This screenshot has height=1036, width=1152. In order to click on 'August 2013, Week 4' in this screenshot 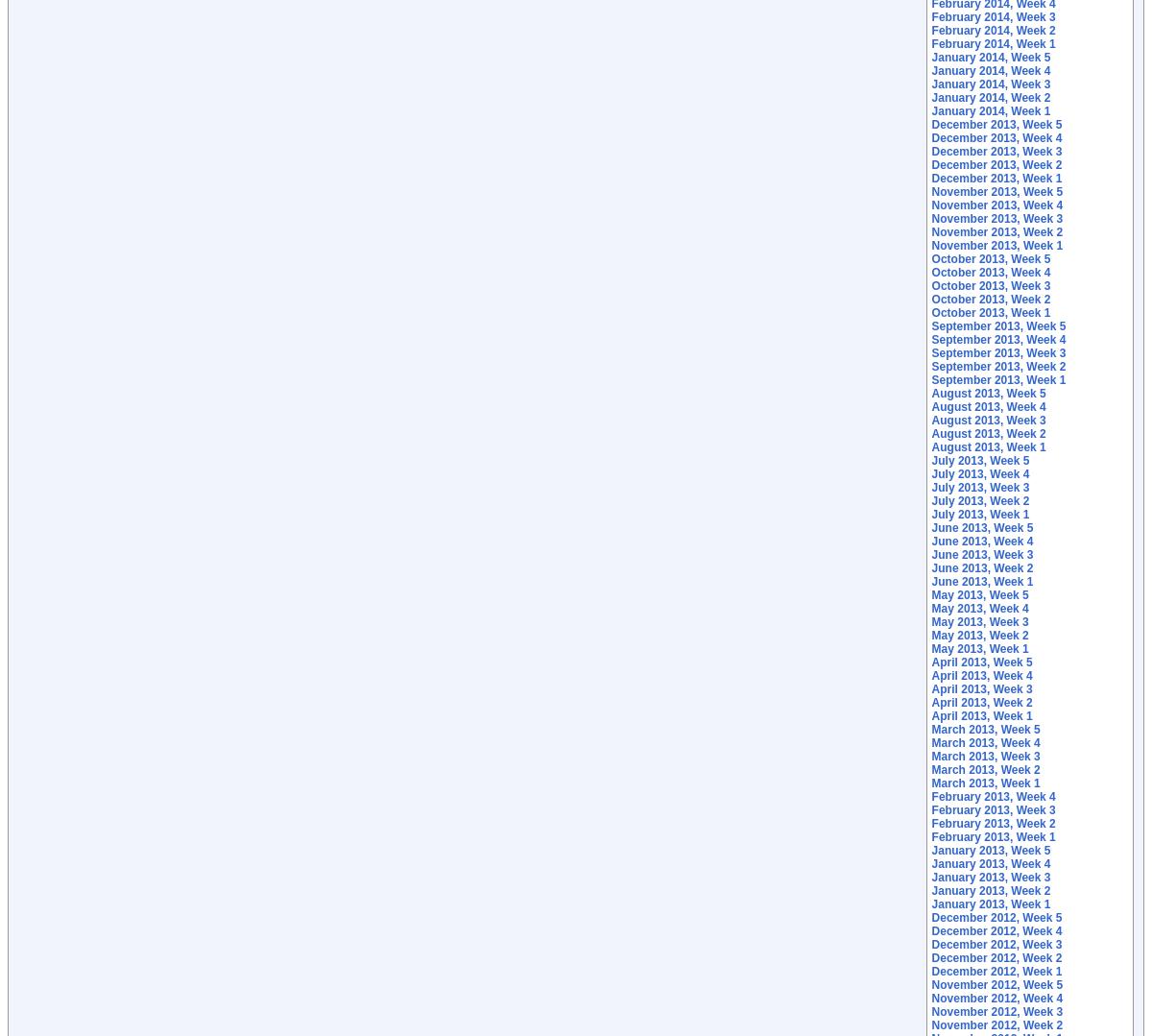, I will do `click(988, 407)`.